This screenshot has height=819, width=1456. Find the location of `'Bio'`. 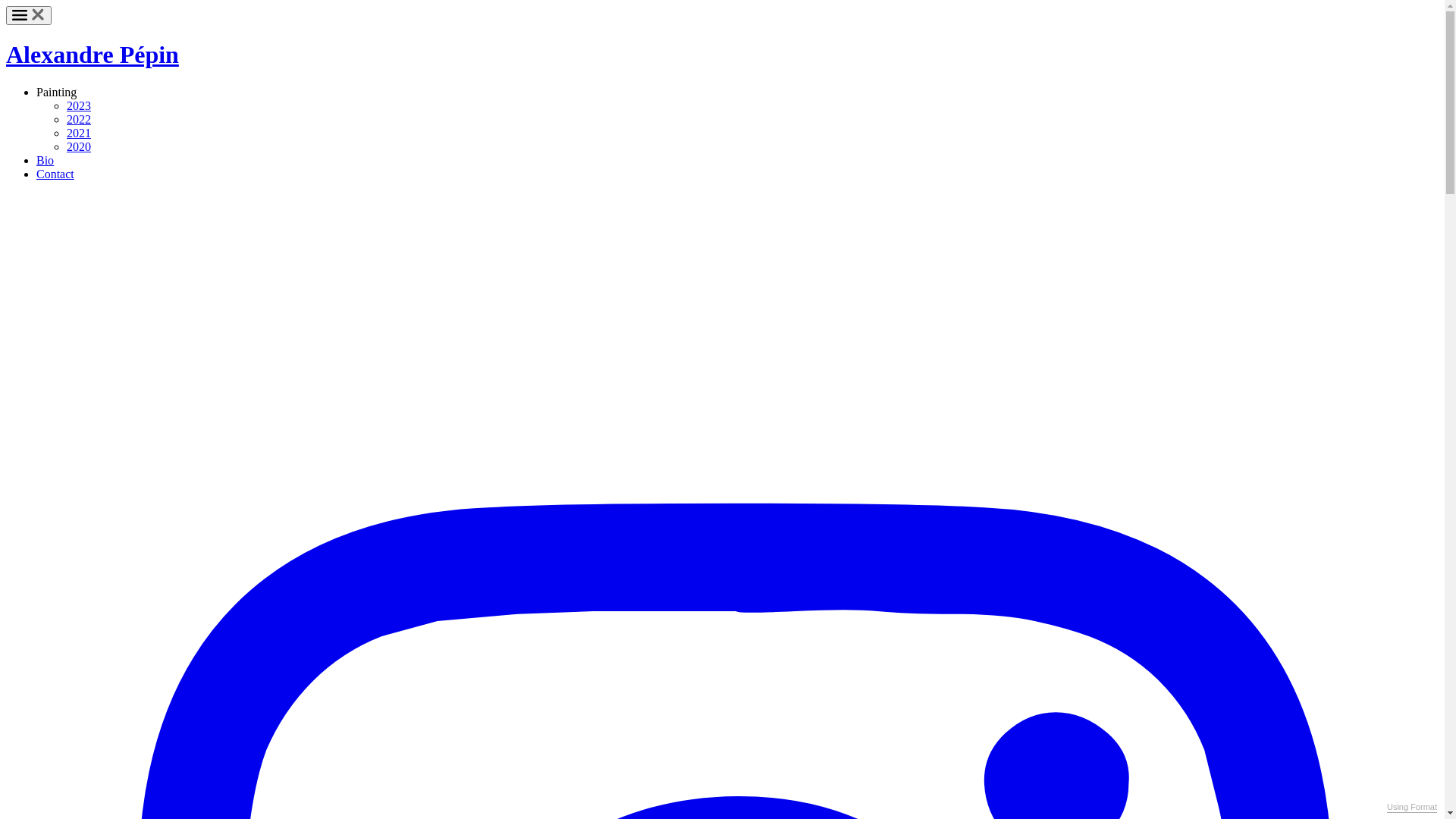

'Bio' is located at coordinates (45, 160).